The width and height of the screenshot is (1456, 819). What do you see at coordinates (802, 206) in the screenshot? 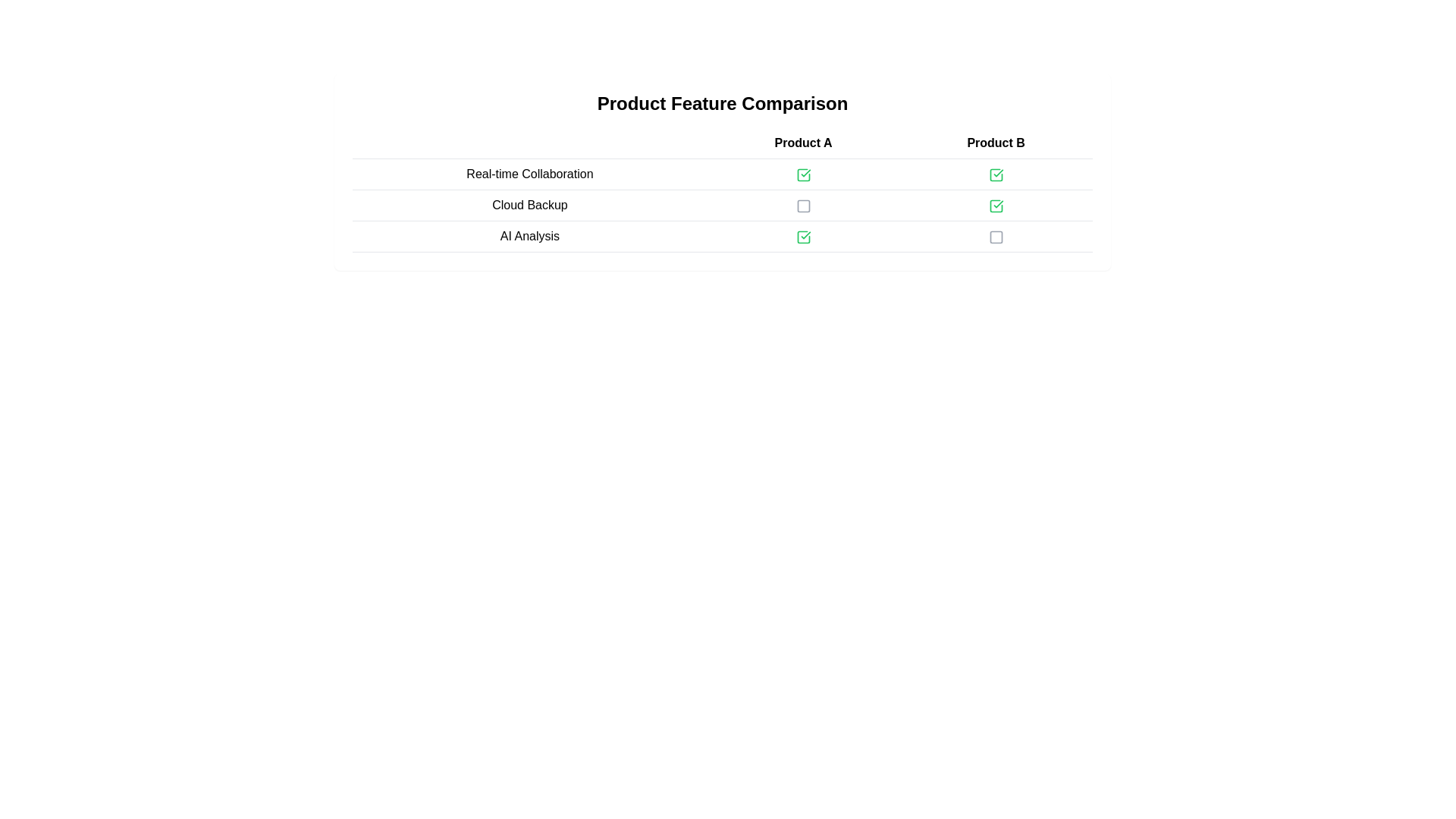
I see `the small square icon with rounded corners in the comparison table under the 'Product A' column, aligned with the 'Cloud Backup' label` at bounding box center [802, 206].